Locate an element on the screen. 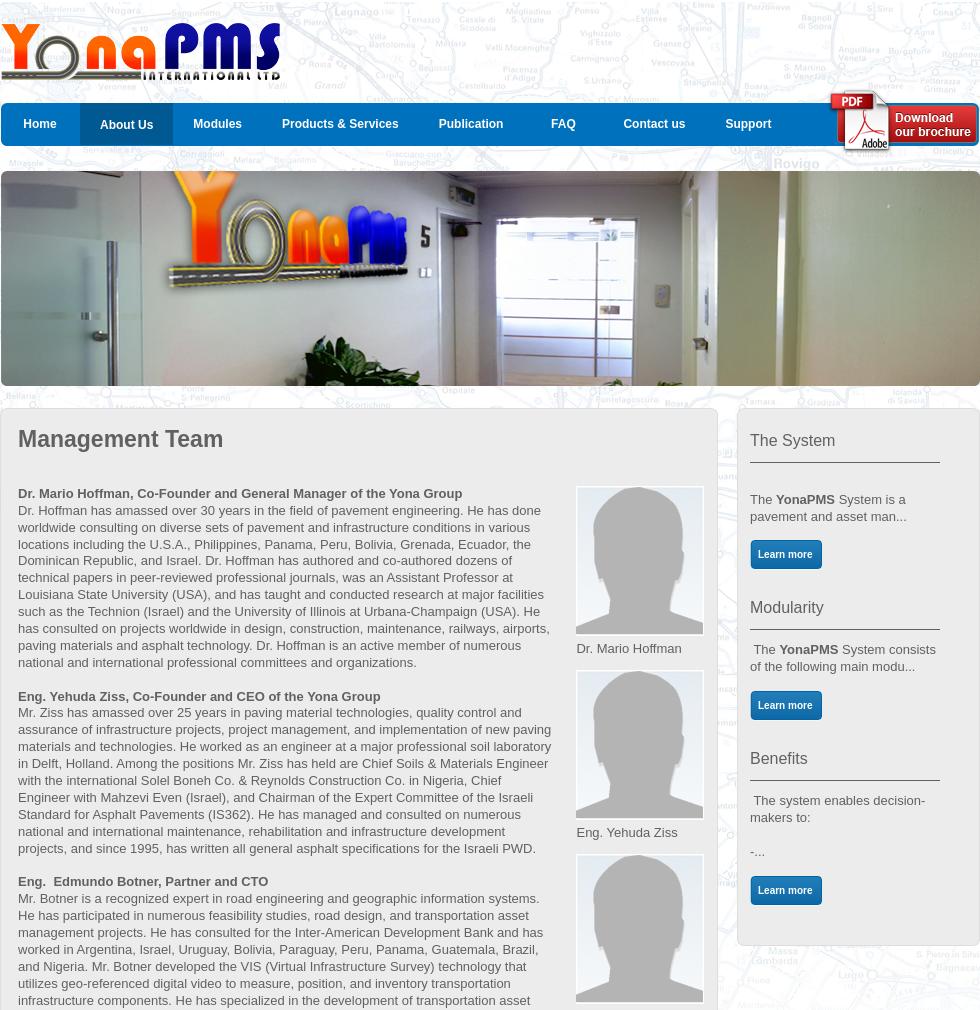 Image resolution: width=980 pixels, height=1010 pixels. 'Mr. Ziss has amassed over 25 years in paving material technologies, quality control and assurance of infrastructure projects, project management, and implementation of new paving materials and technologies. He worked as an engineer at a major professional soil laboratory in Delft, Holland. Among the positions Mr. Ziss has held are Chief Soils & Materials Engineer with the international Solel Boneh Co. & Reynolds Construction Co. in Nigeria, Chief Engineer with Mahzevi Even (Israel), and Chairman of the Expert Committee of the Israeli Standard for Asphalt Pavements (IS362). He has managed and consulted on numerous national and international maintenance, rehabilitation and infrastructure development projects, and since 1995, has written all general asphalt specifications for the Israeli PWD.' is located at coordinates (18, 780).